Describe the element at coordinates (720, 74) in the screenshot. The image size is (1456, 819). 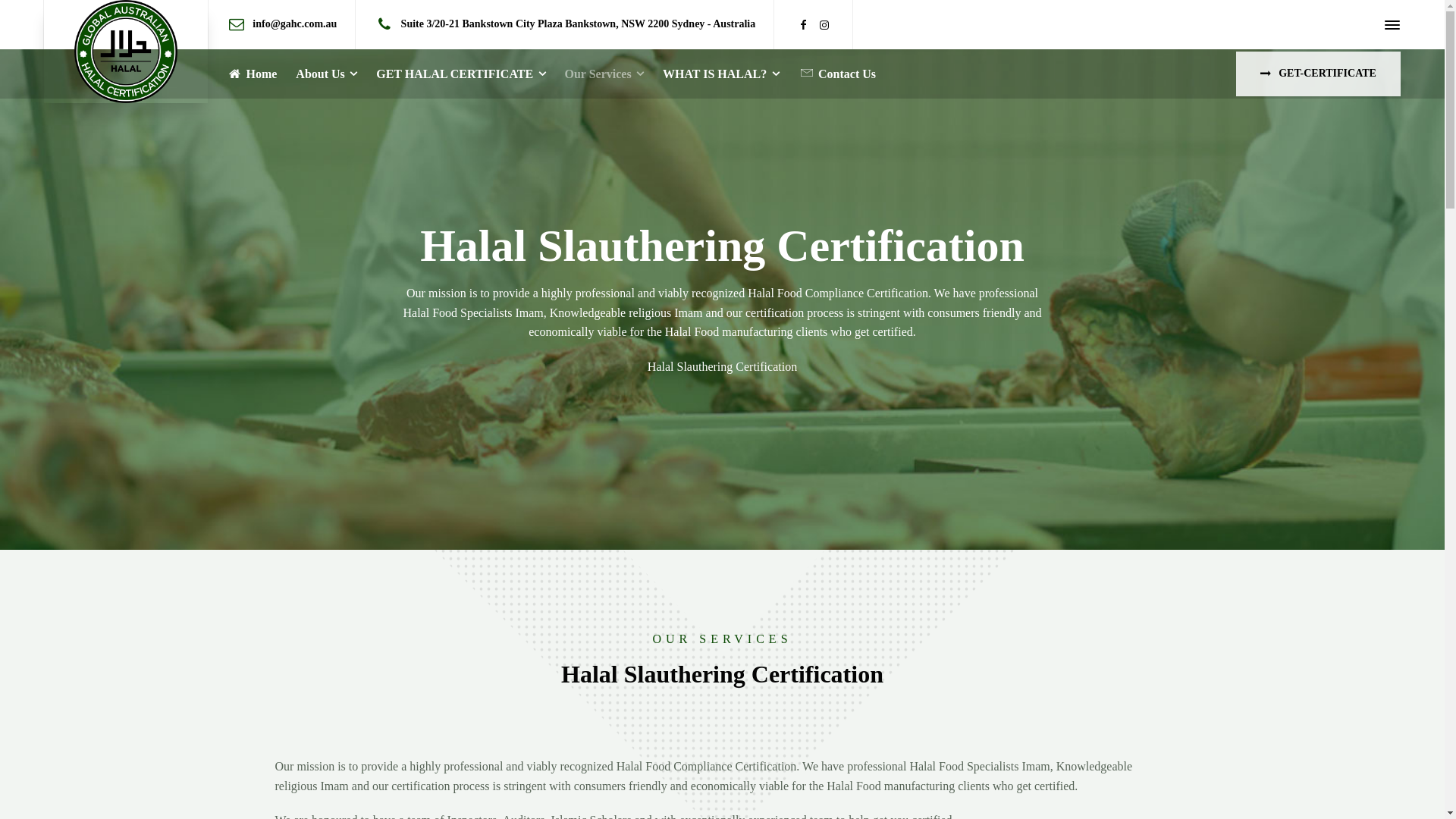
I see `'WHAT IS HALAL?'` at that location.